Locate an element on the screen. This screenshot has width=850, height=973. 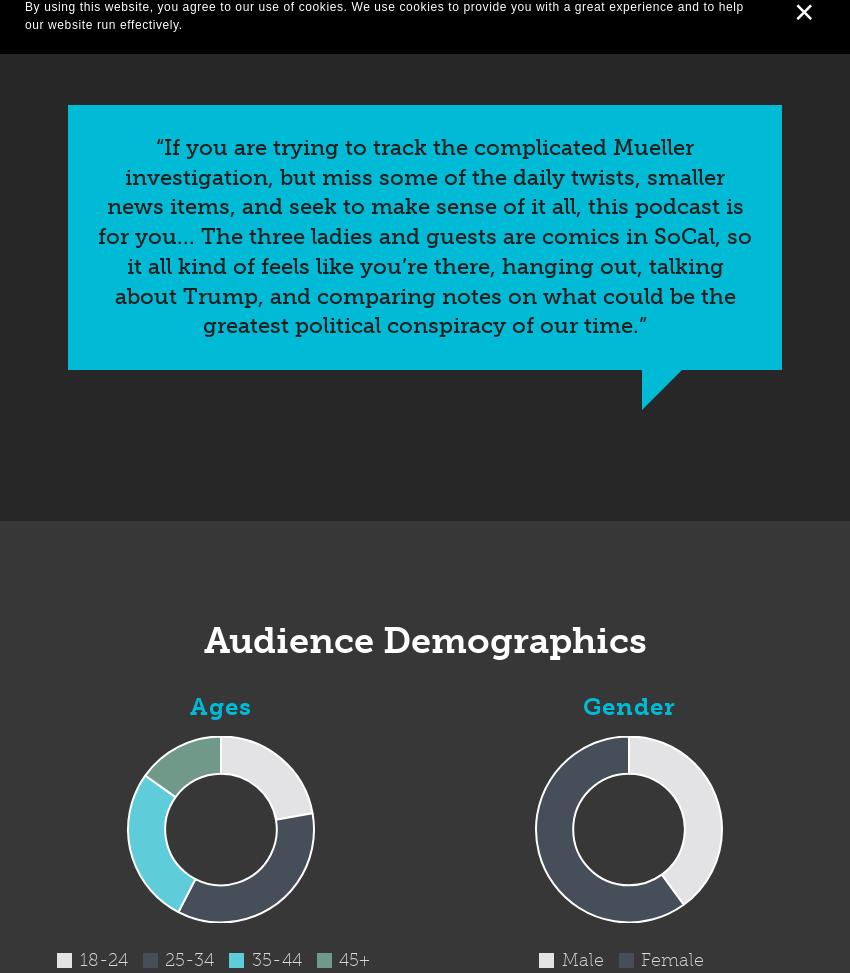
'18-24' is located at coordinates (78, 958).